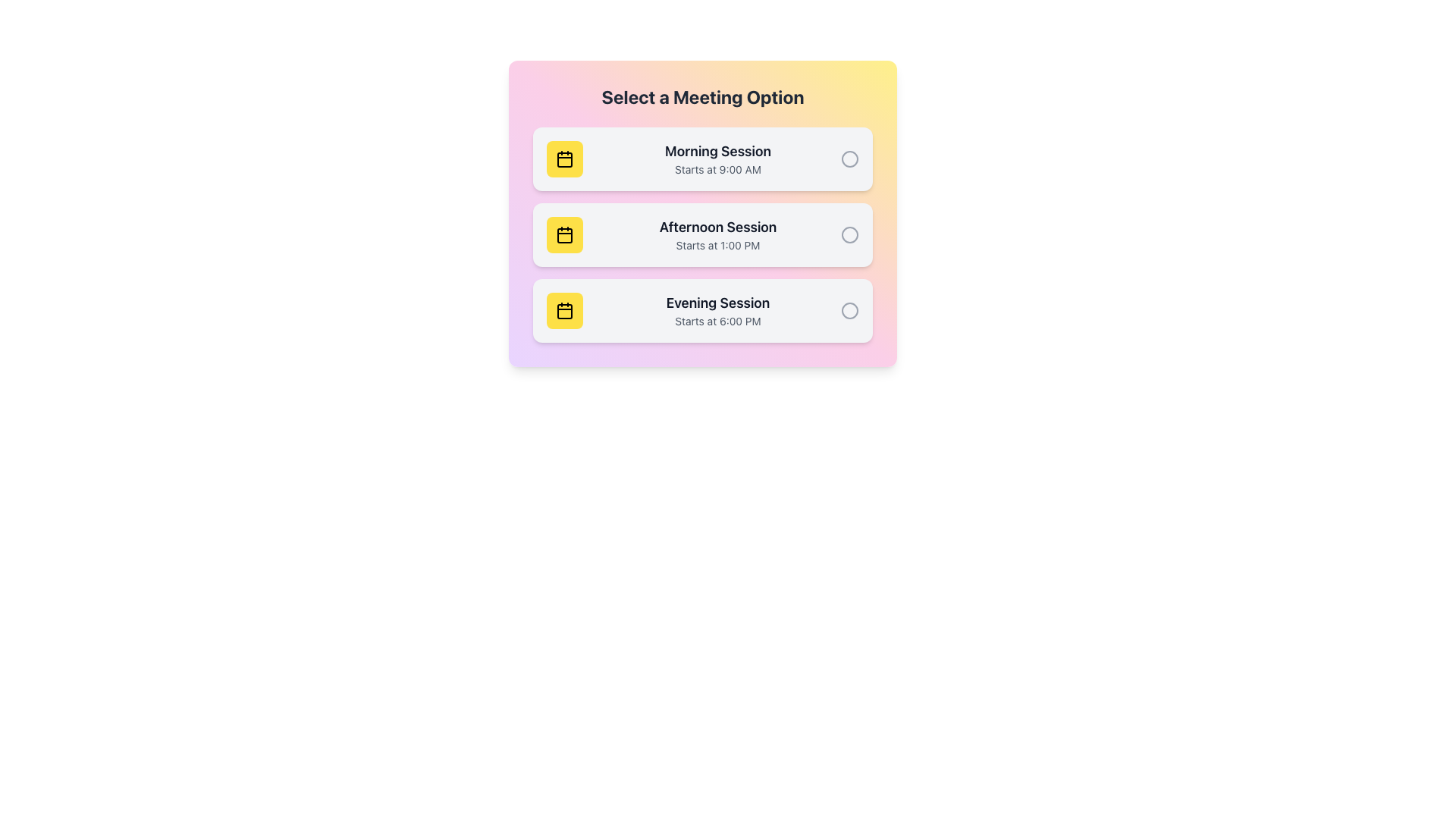 The height and width of the screenshot is (819, 1456). What do you see at coordinates (850, 158) in the screenshot?
I see `the unselected radio button for the 'Morning Session' meeting option` at bounding box center [850, 158].